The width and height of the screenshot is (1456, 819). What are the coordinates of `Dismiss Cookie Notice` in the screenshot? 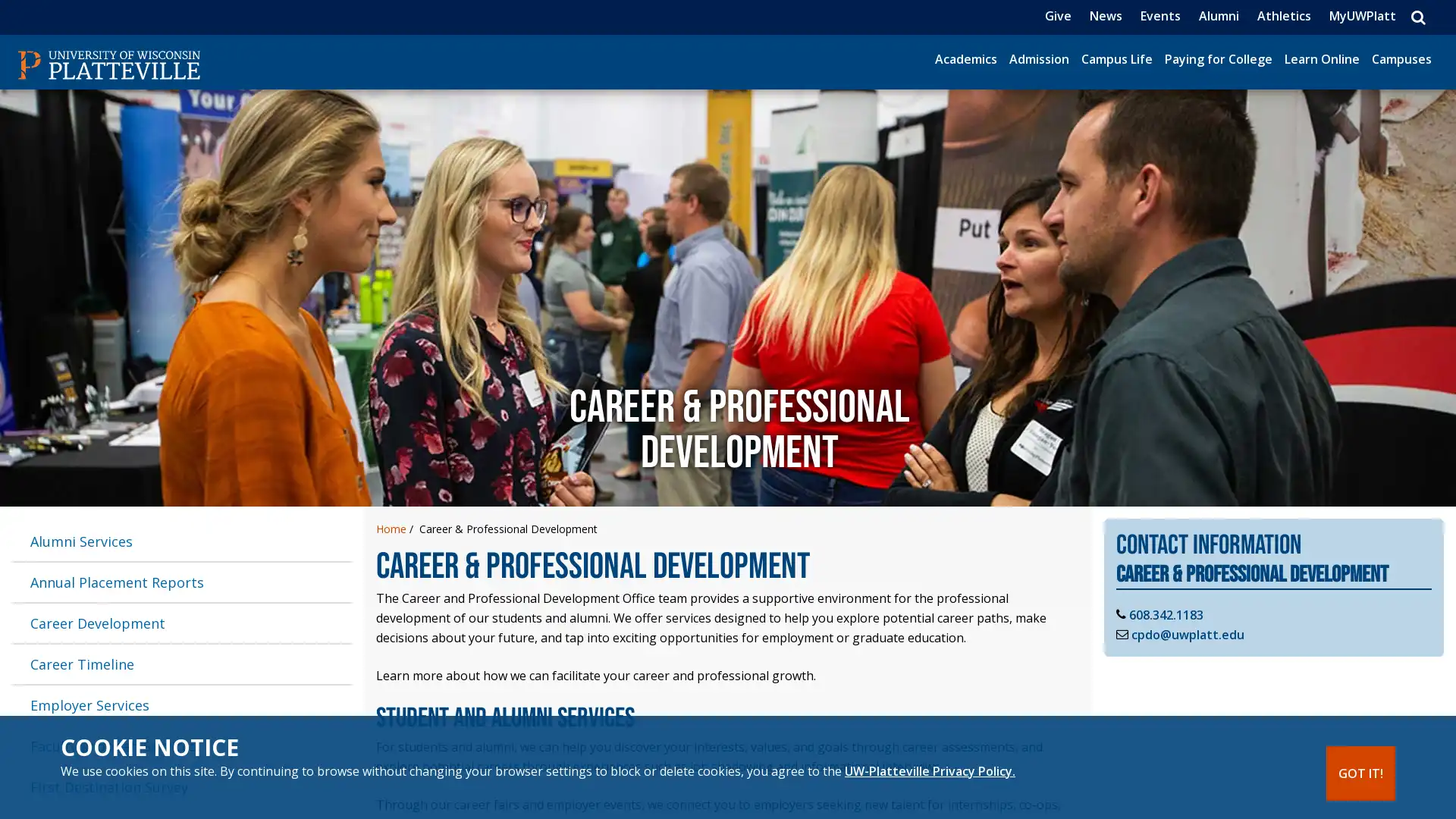 It's located at (1360, 773).